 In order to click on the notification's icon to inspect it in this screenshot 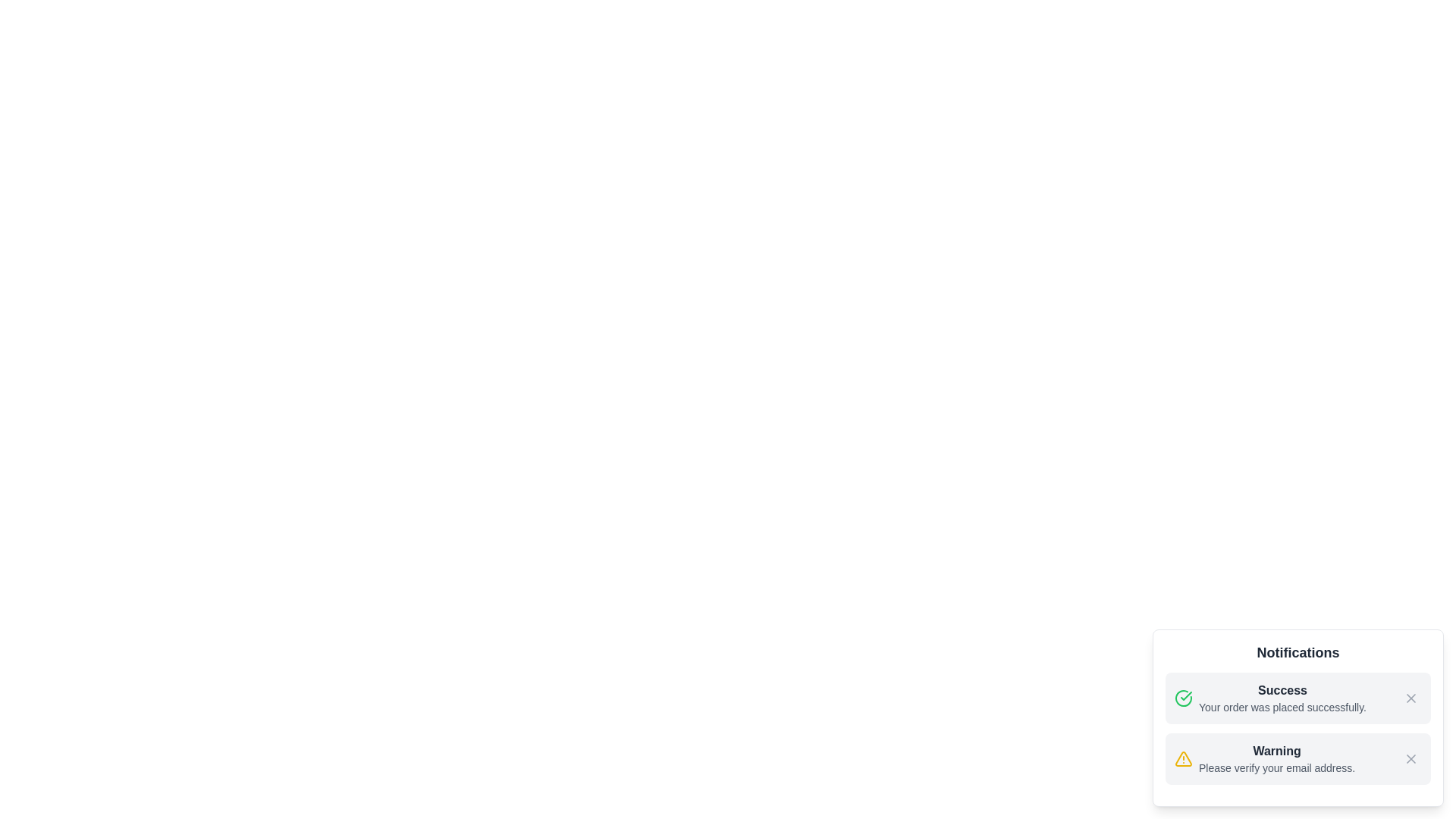, I will do `click(1182, 698)`.